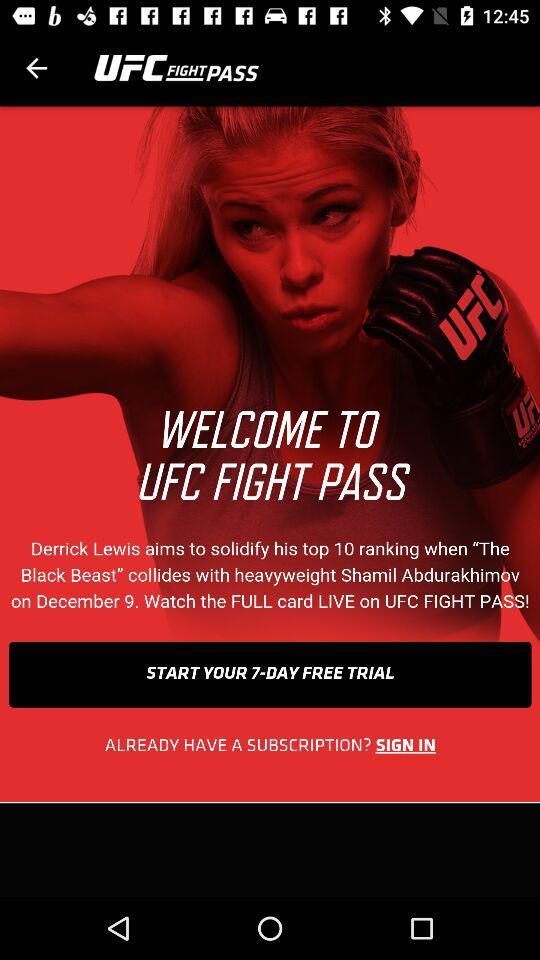 The width and height of the screenshot is (540, 960). What do you see at coordinates (270, 500) in the screenshot?
I see `advertisement page` at bounding box center [270, 500].